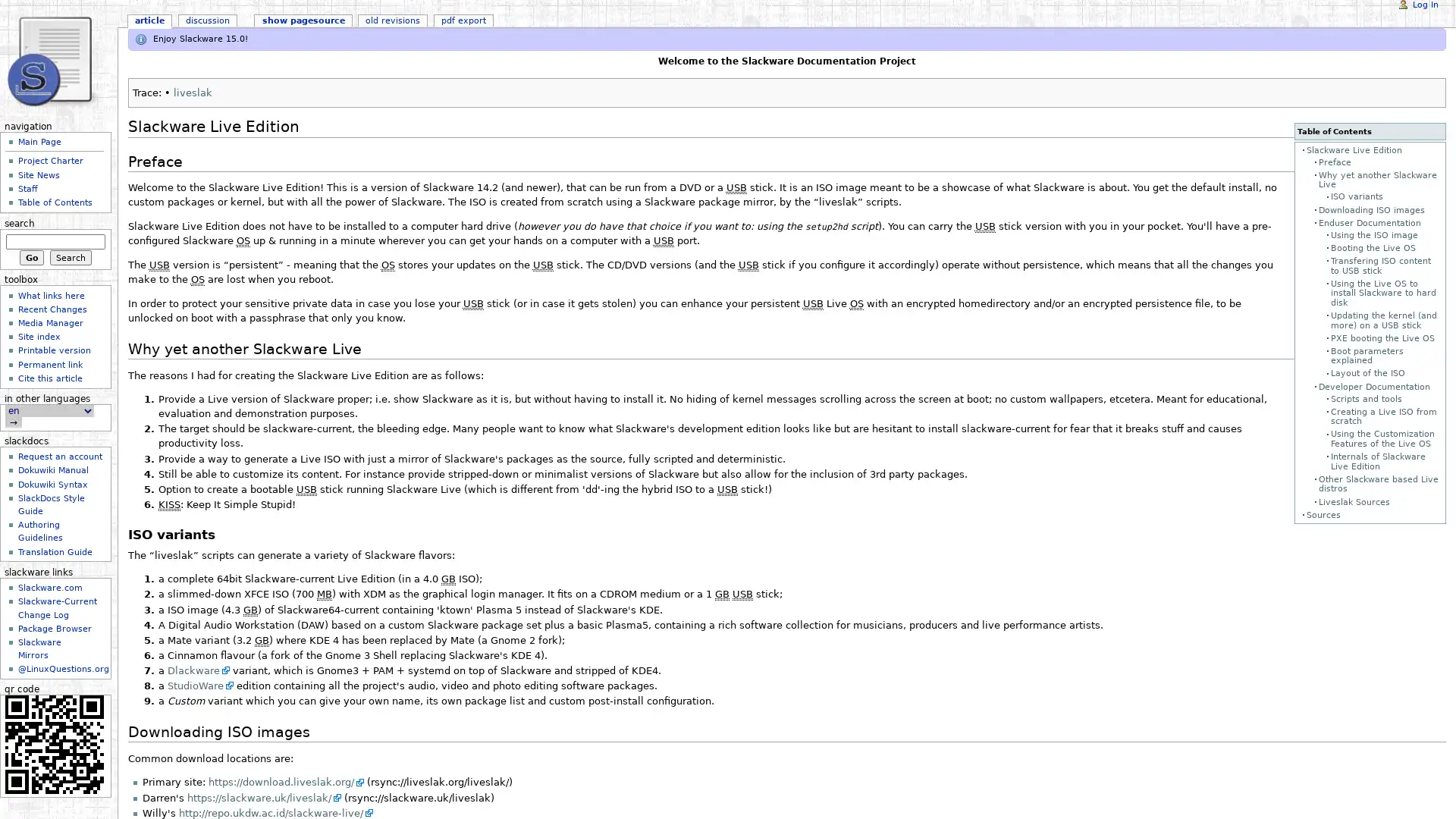  I want to click on Go, so click(31, 256).